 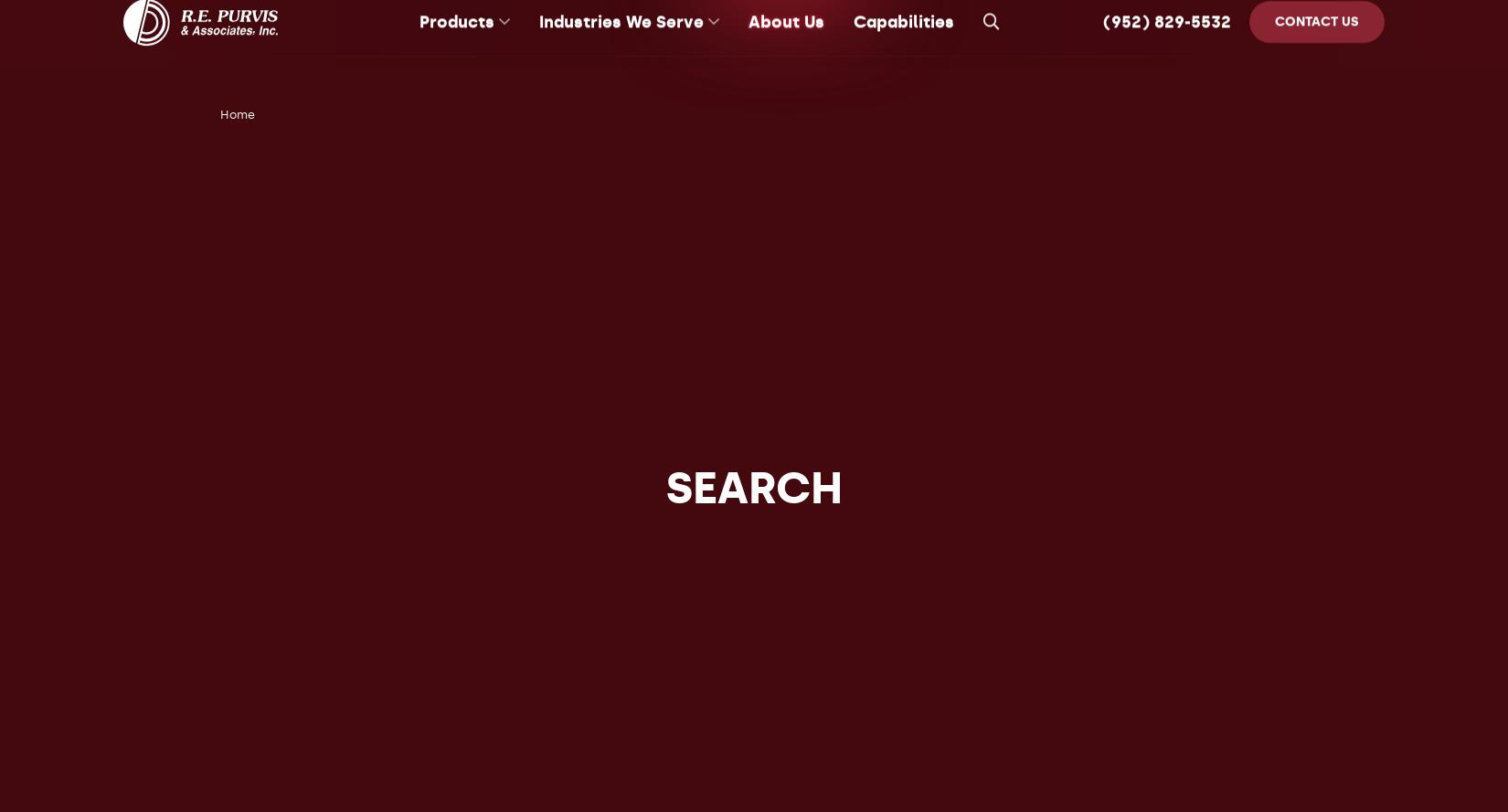 What do you see at coordinates (418, 165) in the screenshot?
I see `'Pneumatic Seals'` at bounding box center [418, 165].